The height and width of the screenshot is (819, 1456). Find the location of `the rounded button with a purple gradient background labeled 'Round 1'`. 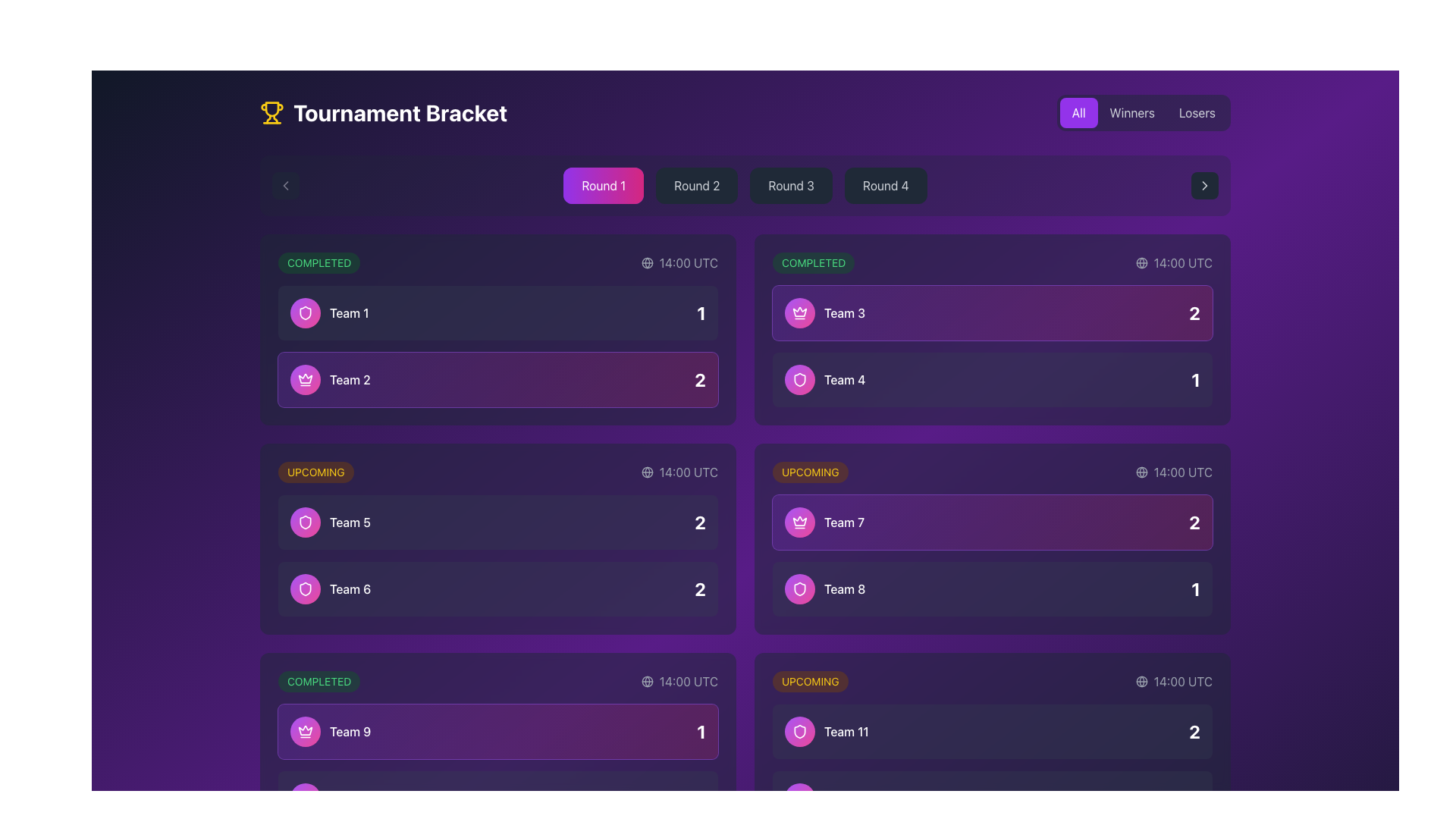

the rounded button with a purple gradient background labeled 'Round 1' is located at coordinates (603, 185).